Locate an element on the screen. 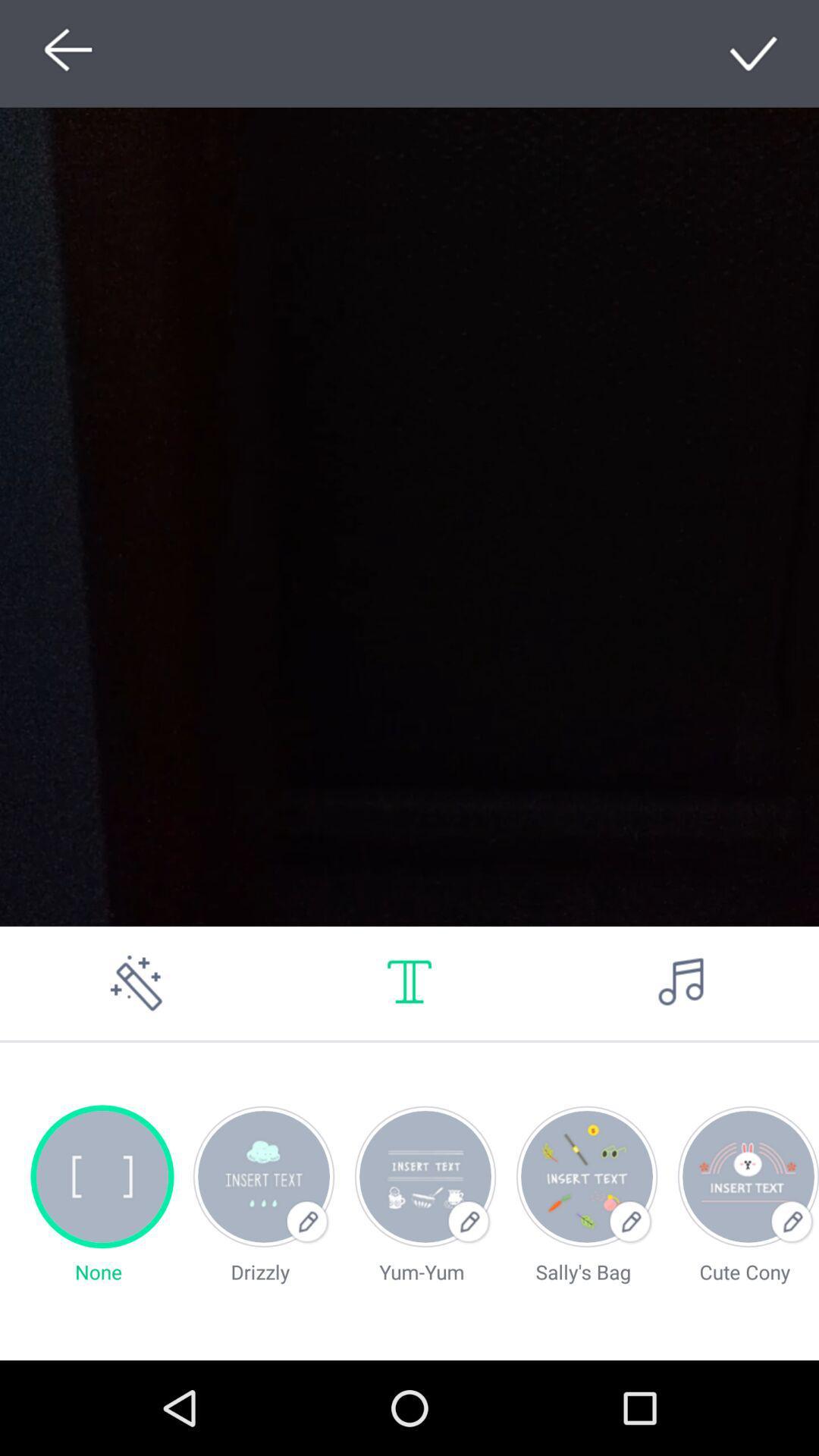  music options is located at coordinates (681, 983).